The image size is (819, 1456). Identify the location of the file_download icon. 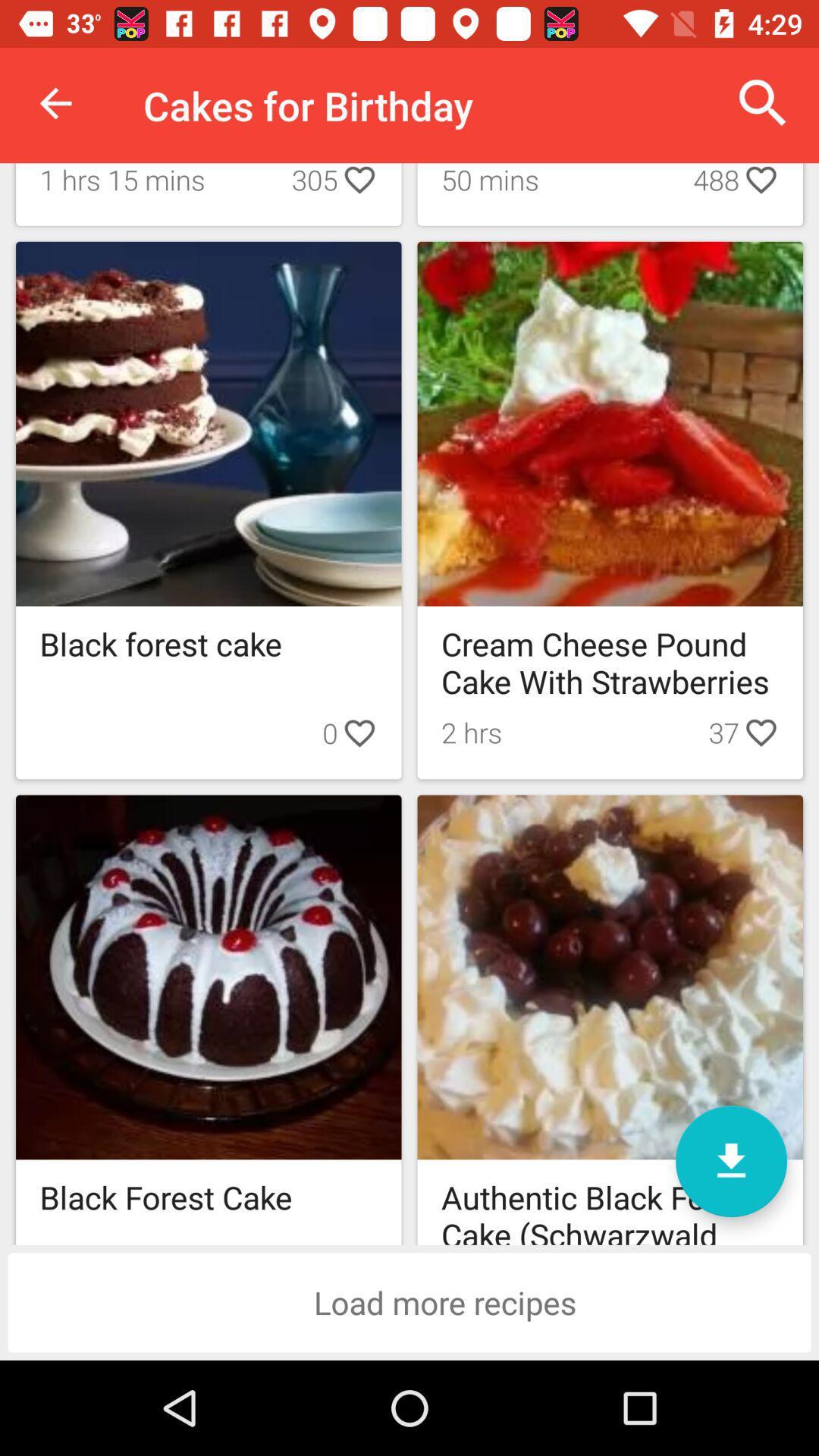
(730, 1160).